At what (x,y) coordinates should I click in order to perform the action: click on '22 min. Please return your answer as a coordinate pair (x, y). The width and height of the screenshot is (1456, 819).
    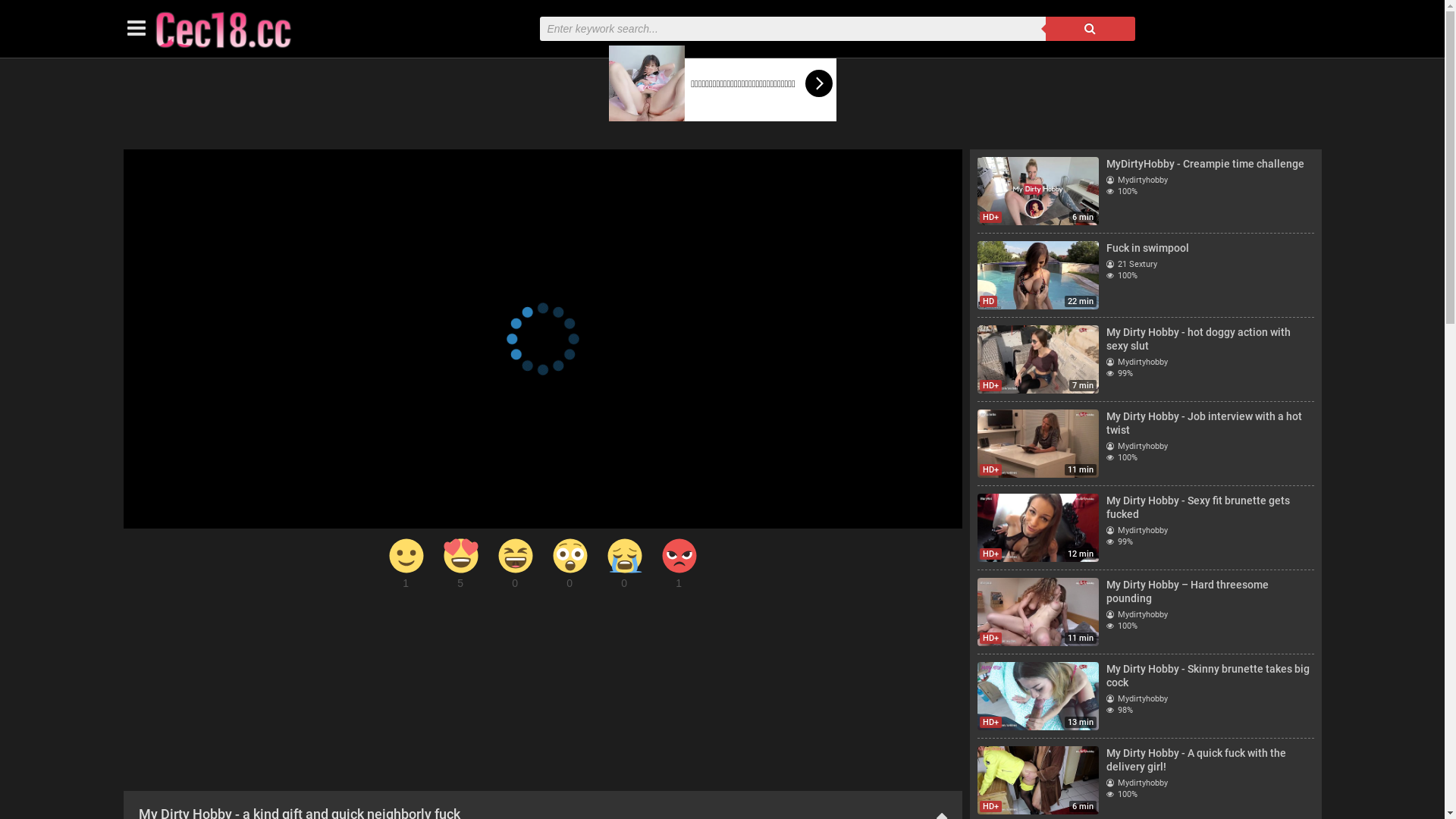
    Looking at the image, I should click on (1145, 275).